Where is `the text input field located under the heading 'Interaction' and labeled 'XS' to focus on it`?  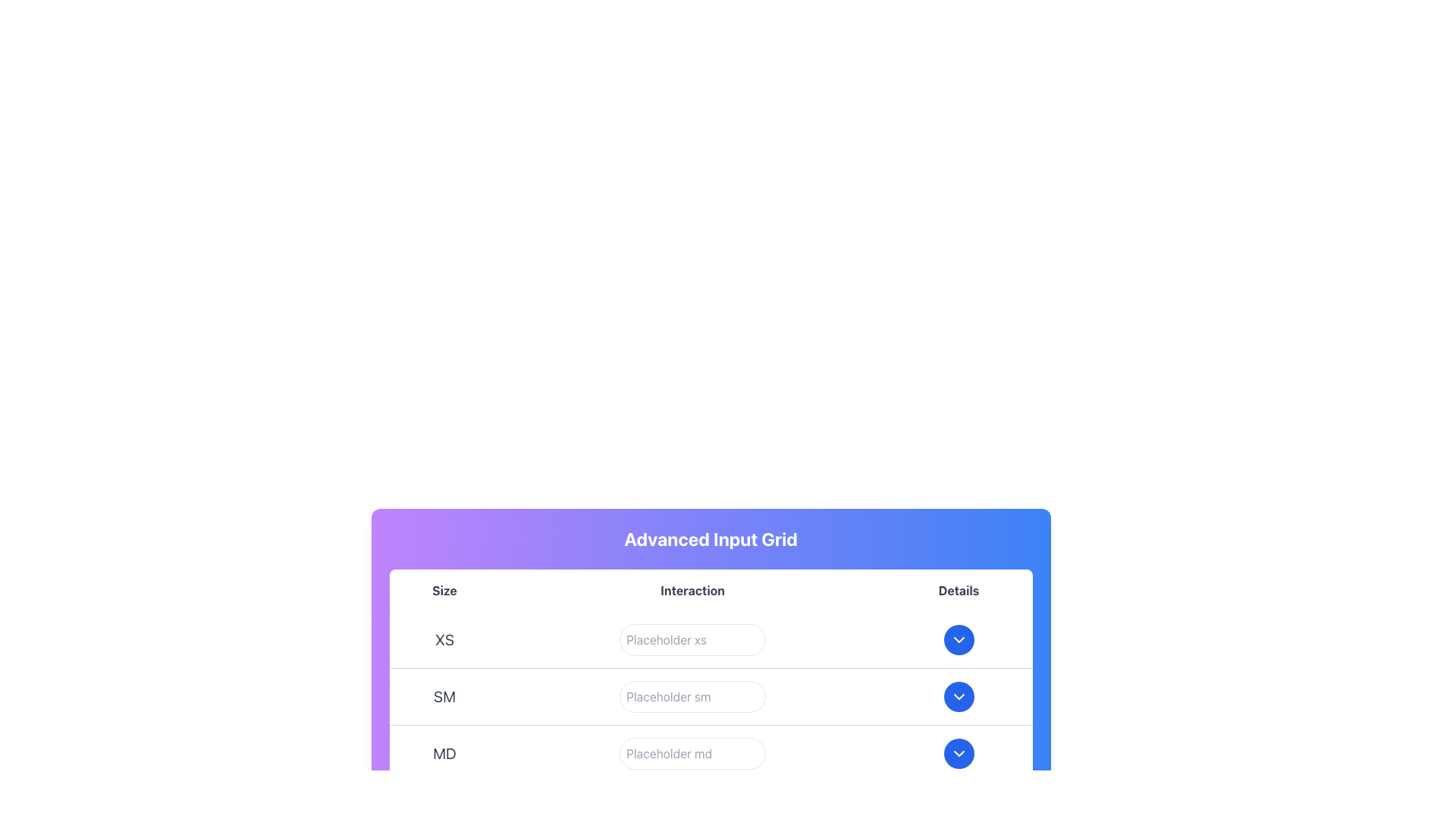
the text input field located under the heading 'Interaction' and labeled 'XS' to focus on it is located at coordinates (692, 640).